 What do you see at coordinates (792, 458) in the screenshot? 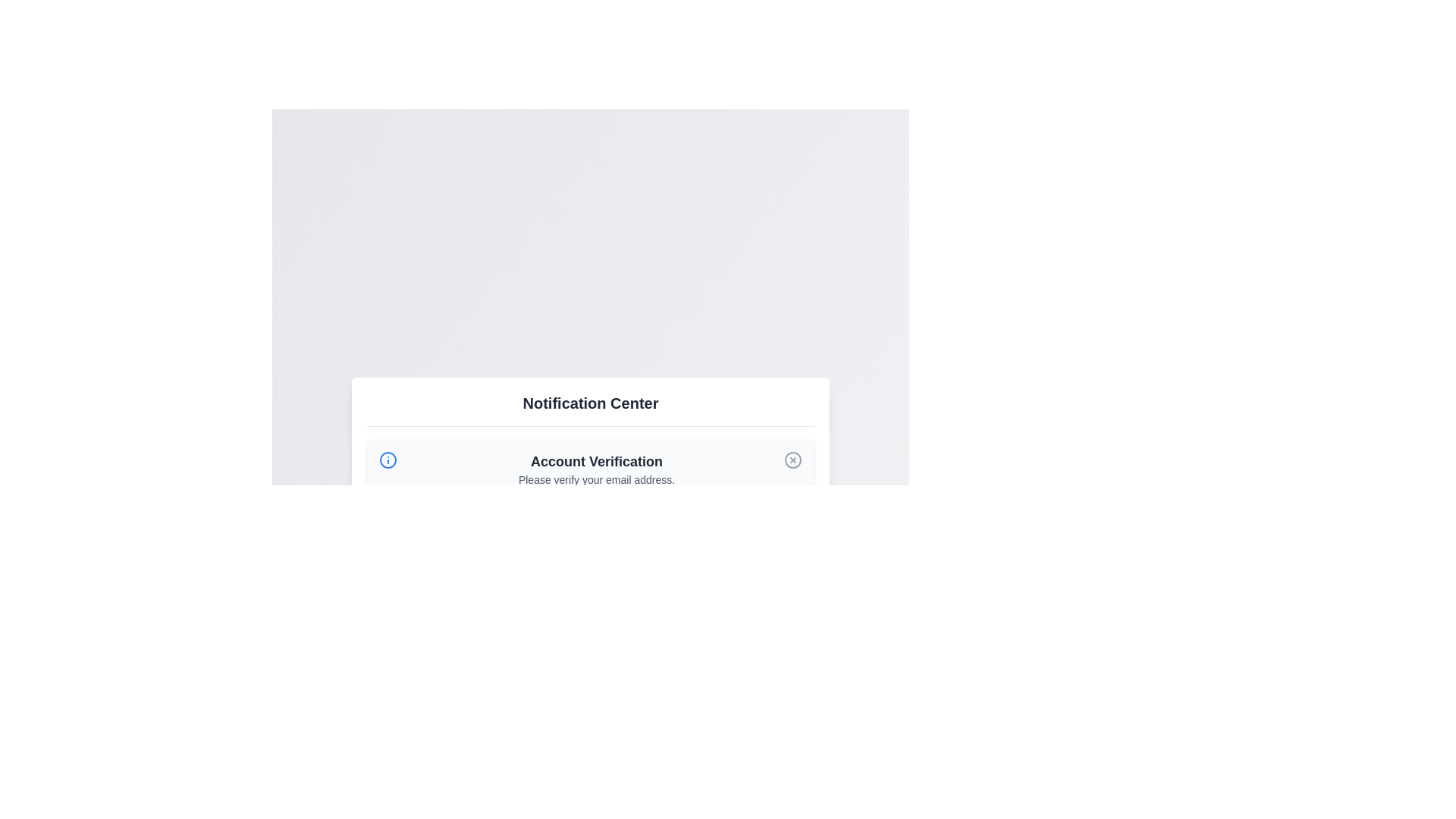
I see `the button (icon-based dismissal control) associated with the 'Account Verification' notification` at bounding box center [792, 458].